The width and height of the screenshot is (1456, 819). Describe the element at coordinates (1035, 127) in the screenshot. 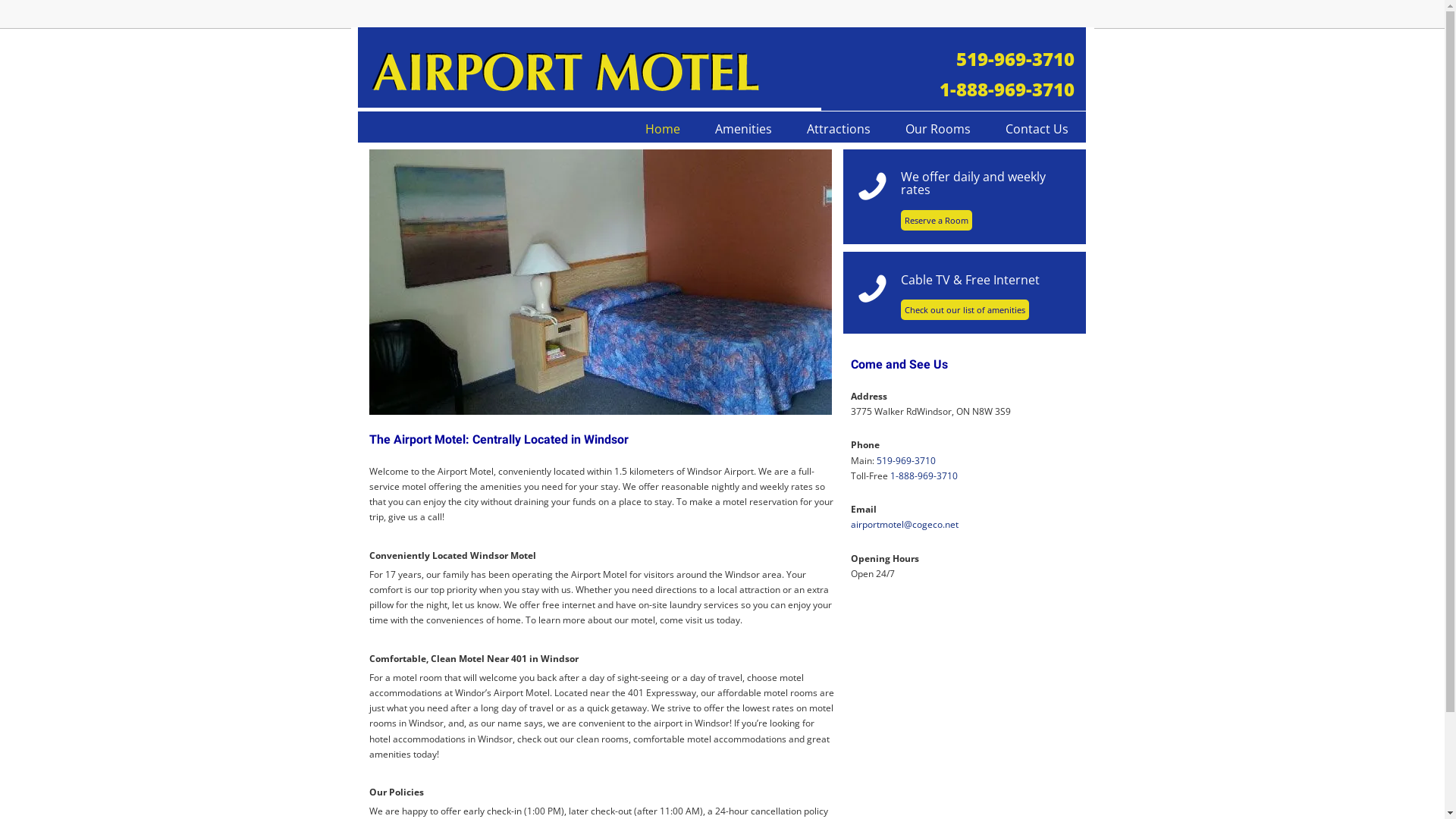

I see `'Contact Us'` at that location.